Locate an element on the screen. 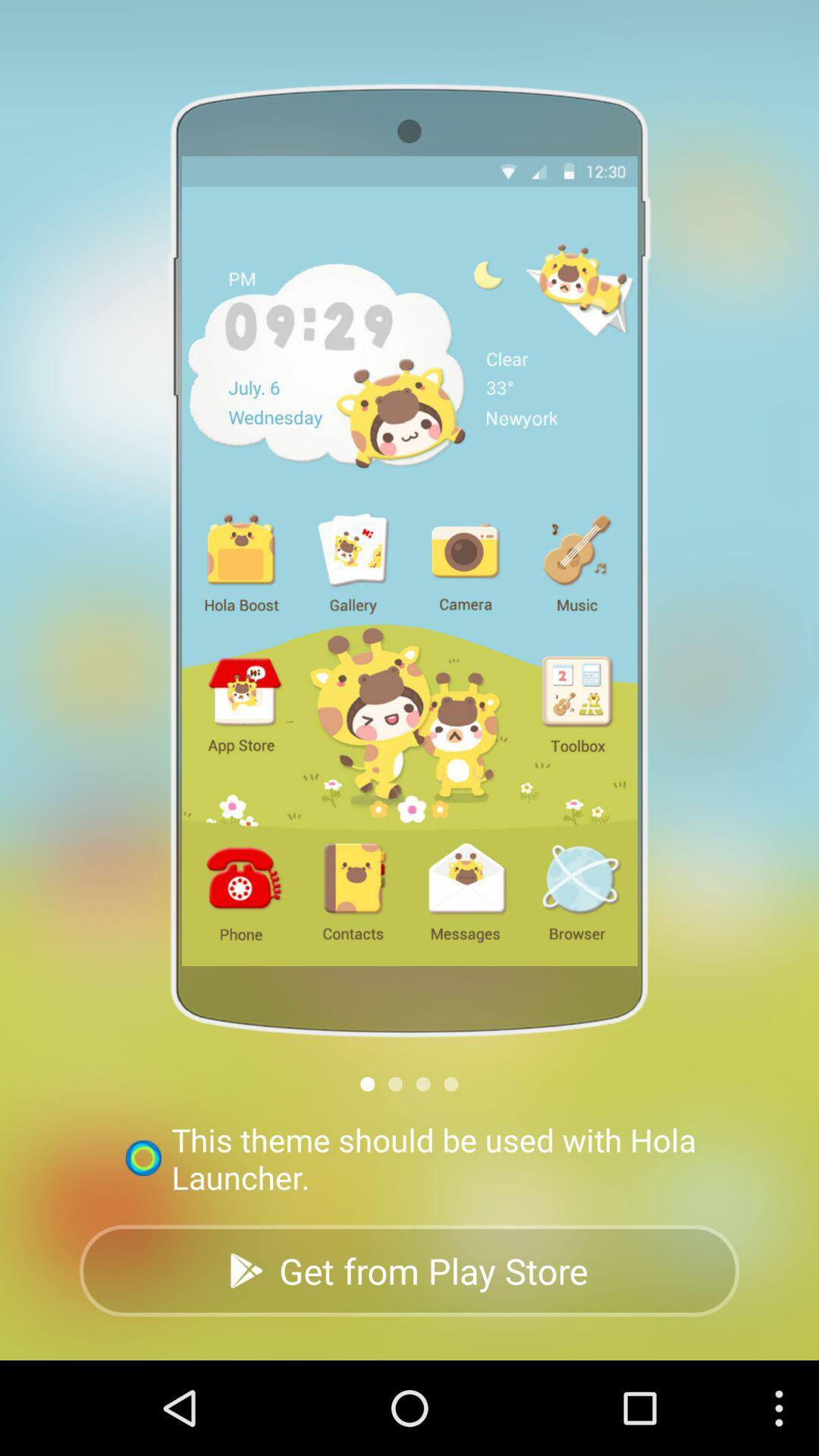 This screenshot has height=1456, width=819. icon above this theme should icon is located at coordinates (423, 1083).